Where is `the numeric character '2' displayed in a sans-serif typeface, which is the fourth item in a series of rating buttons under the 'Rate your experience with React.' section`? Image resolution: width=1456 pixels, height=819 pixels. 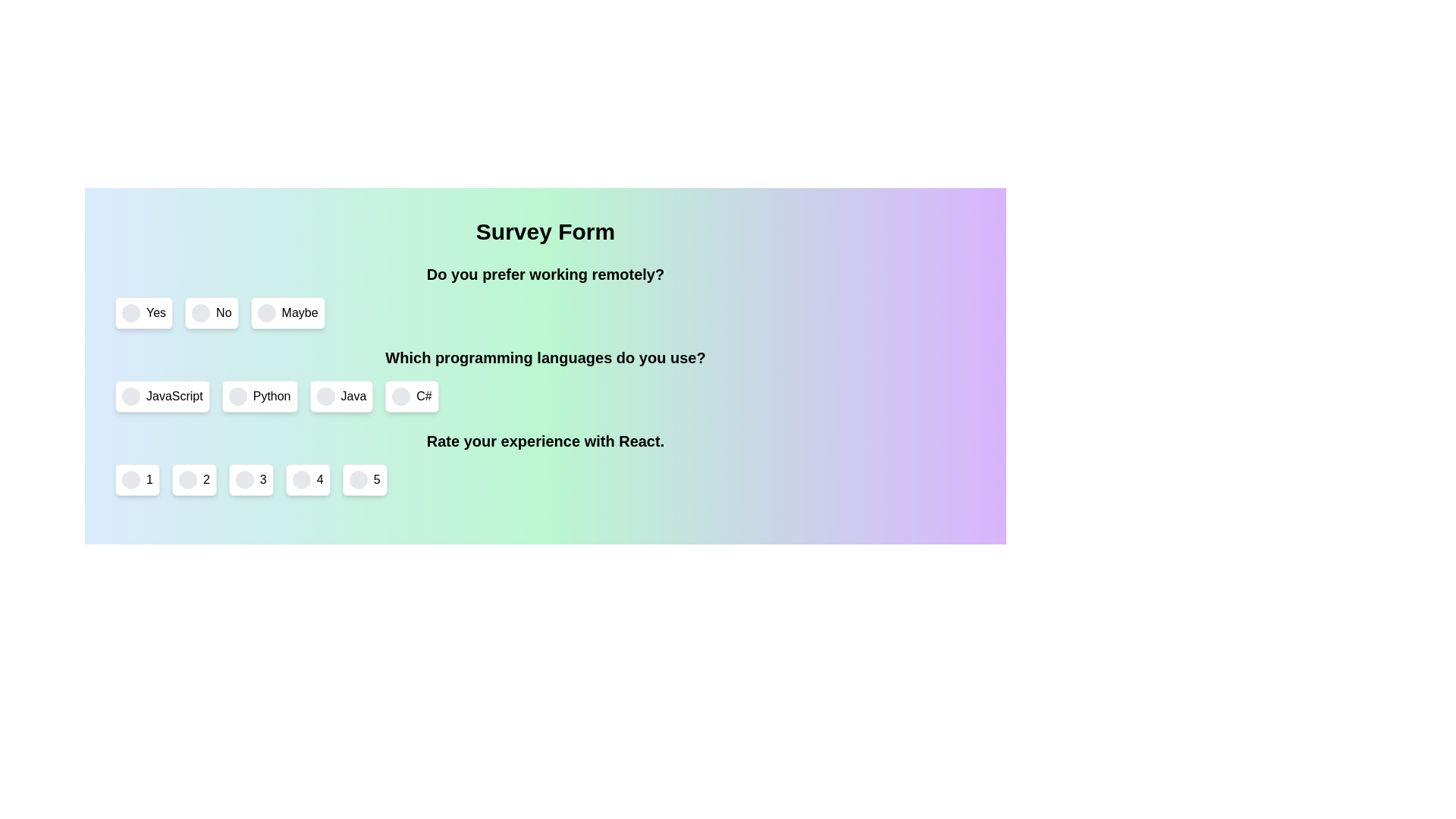 the numeric character '2' displayed in a sans-serif typeface, which is the fourth item in a series of rating buttons under the 'Rate your experience with React.' section is located at coordinates (206, 479).